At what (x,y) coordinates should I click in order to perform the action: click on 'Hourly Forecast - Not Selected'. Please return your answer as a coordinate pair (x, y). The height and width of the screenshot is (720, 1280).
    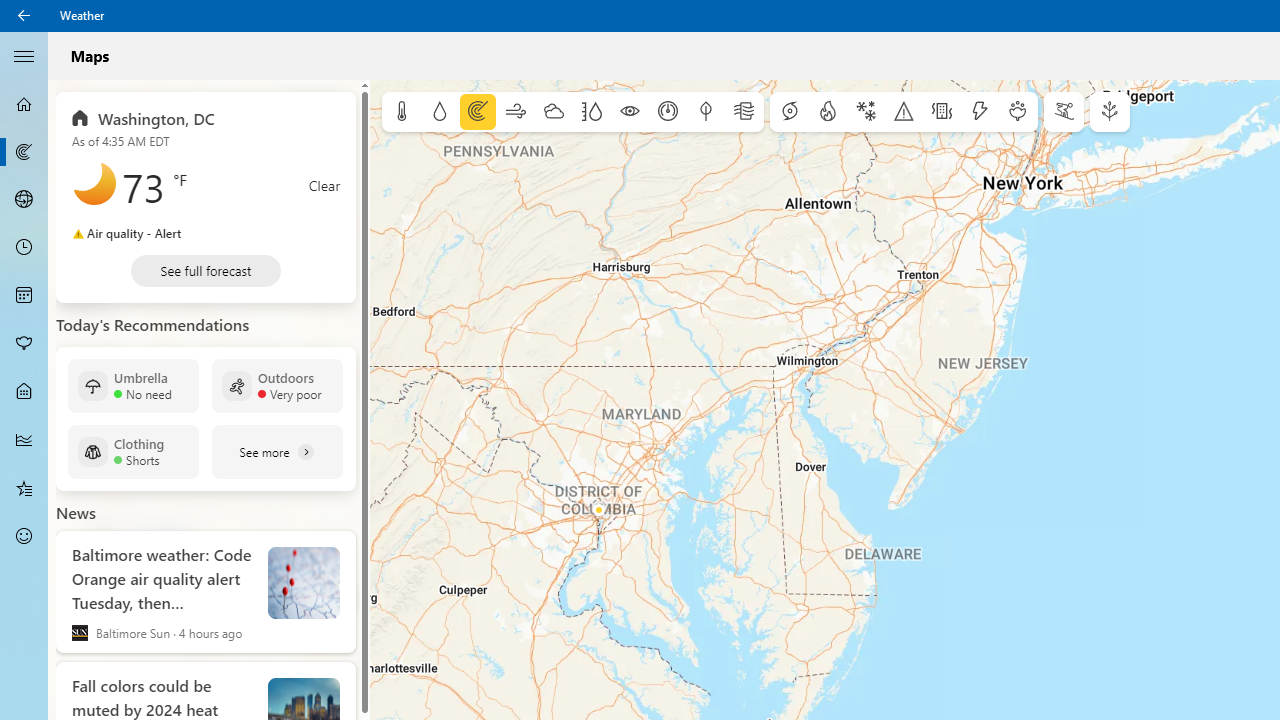
    Looking at the image, I should click on (24, 247).